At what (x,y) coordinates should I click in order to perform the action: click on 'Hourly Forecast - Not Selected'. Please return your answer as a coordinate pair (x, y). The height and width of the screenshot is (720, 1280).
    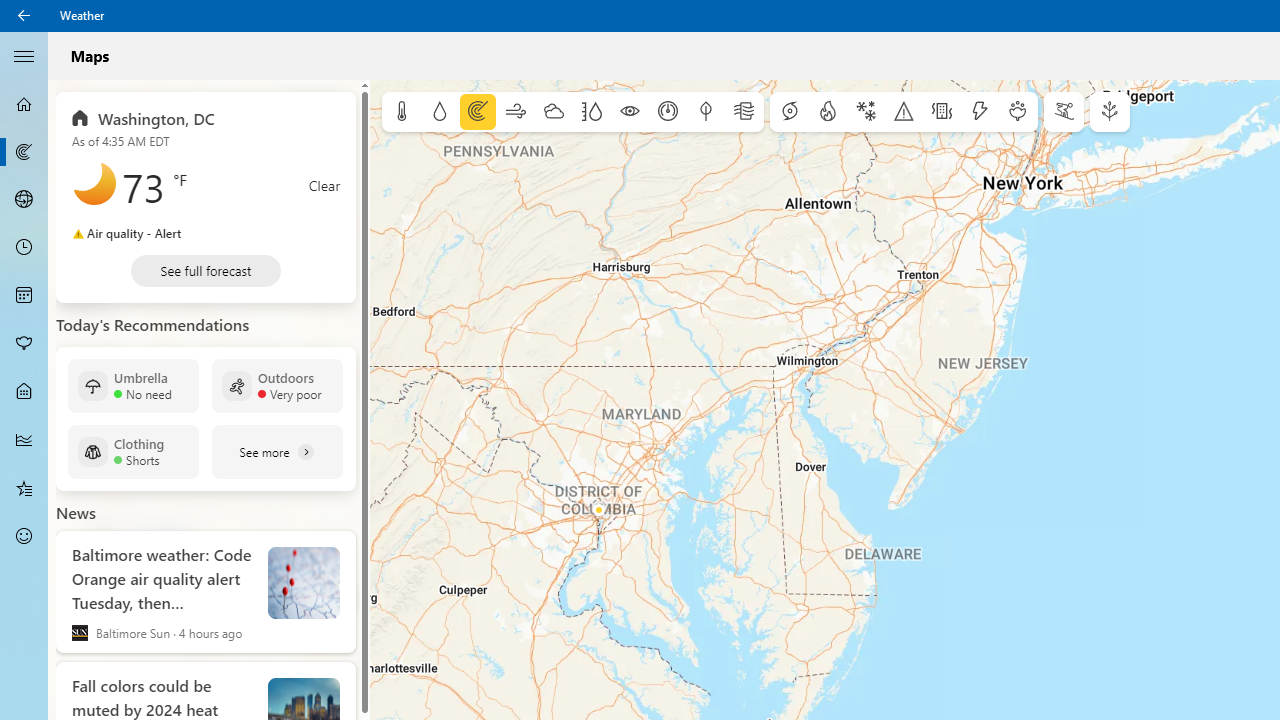
    Looking at the image, I should click on (24, 247).